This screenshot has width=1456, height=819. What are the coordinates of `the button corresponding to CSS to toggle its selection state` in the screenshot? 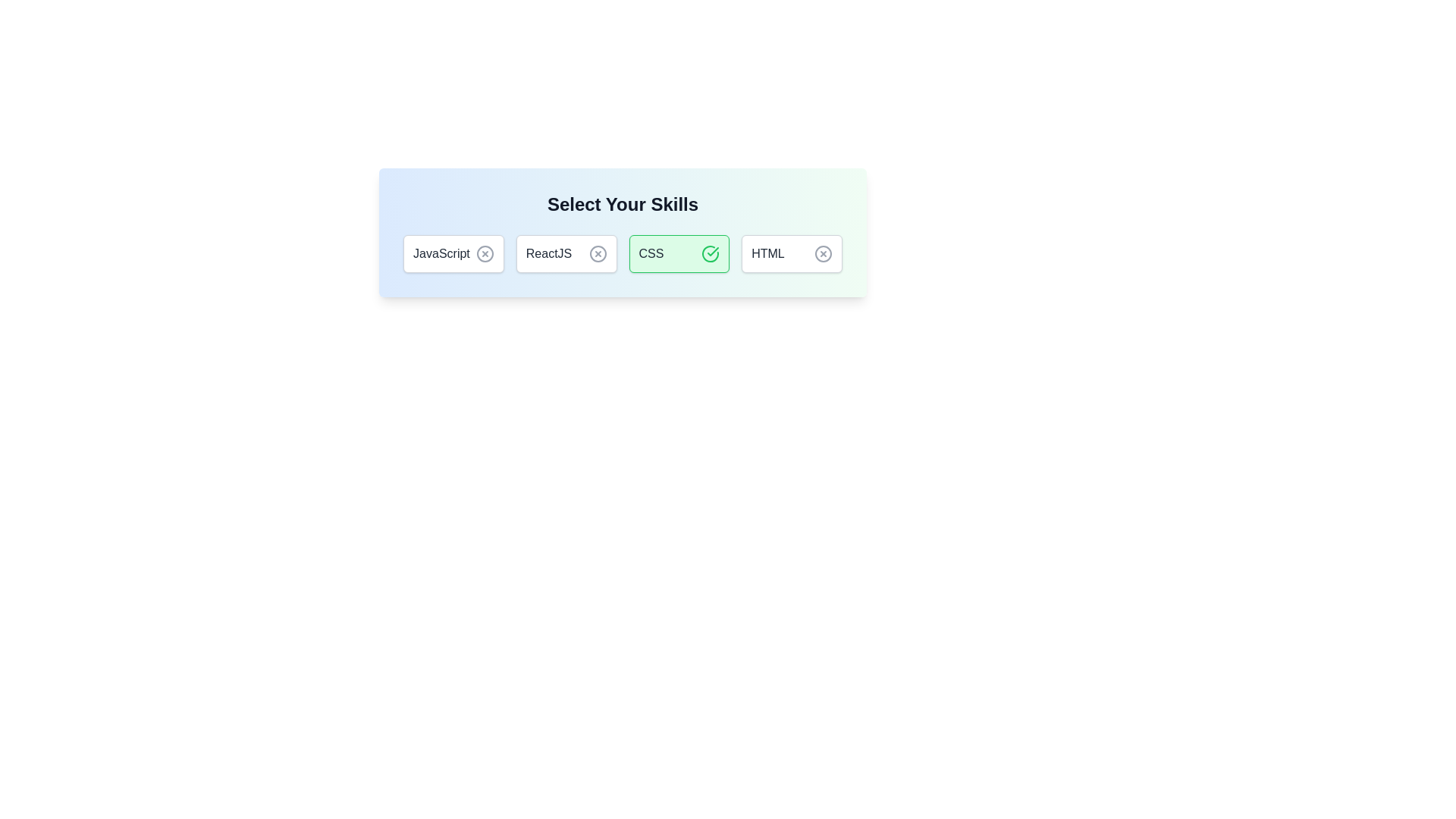 It's located at (677, 253).